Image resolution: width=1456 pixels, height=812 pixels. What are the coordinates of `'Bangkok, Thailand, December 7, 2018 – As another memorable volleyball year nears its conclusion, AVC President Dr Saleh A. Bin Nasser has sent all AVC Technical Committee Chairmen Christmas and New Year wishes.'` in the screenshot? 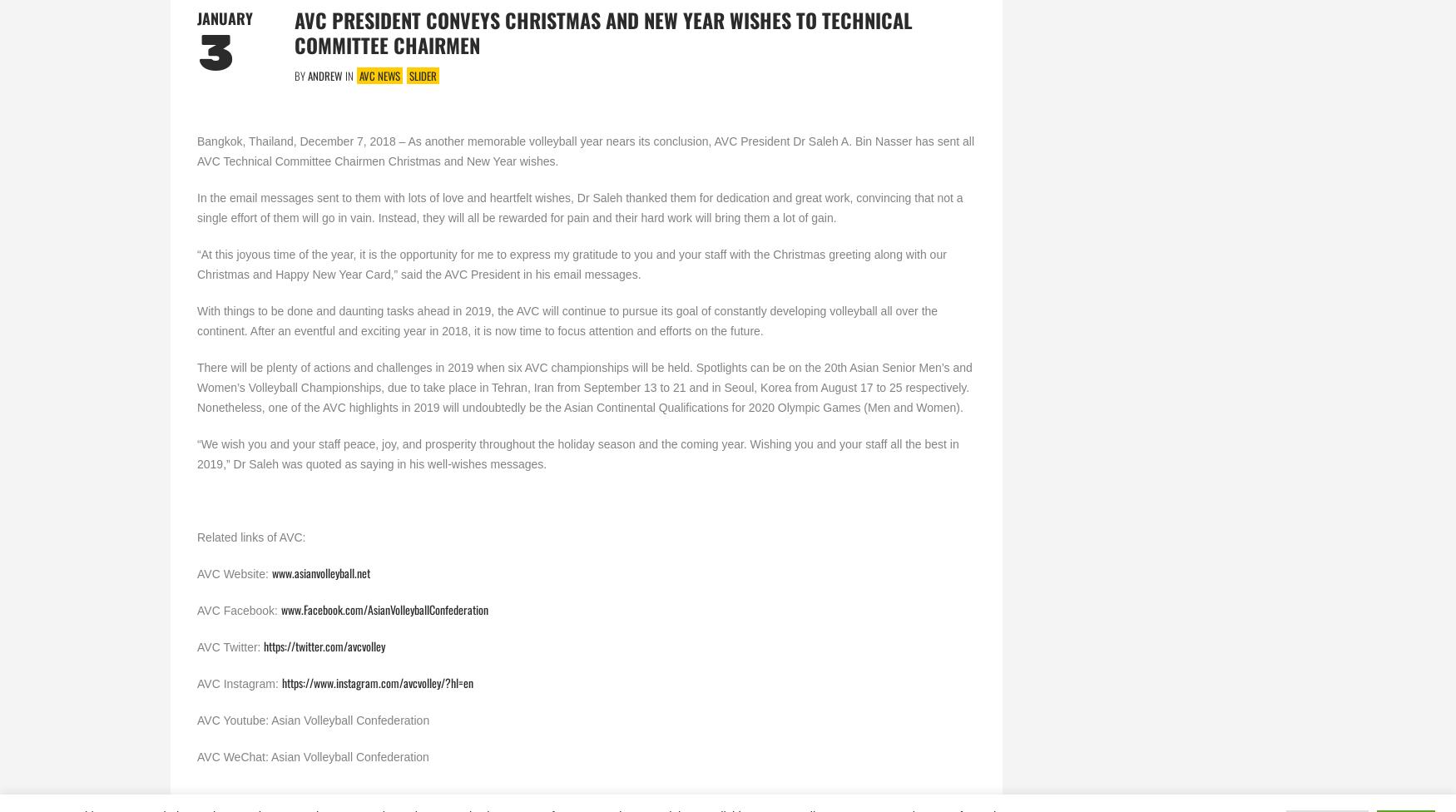 It's located at (586, 150).